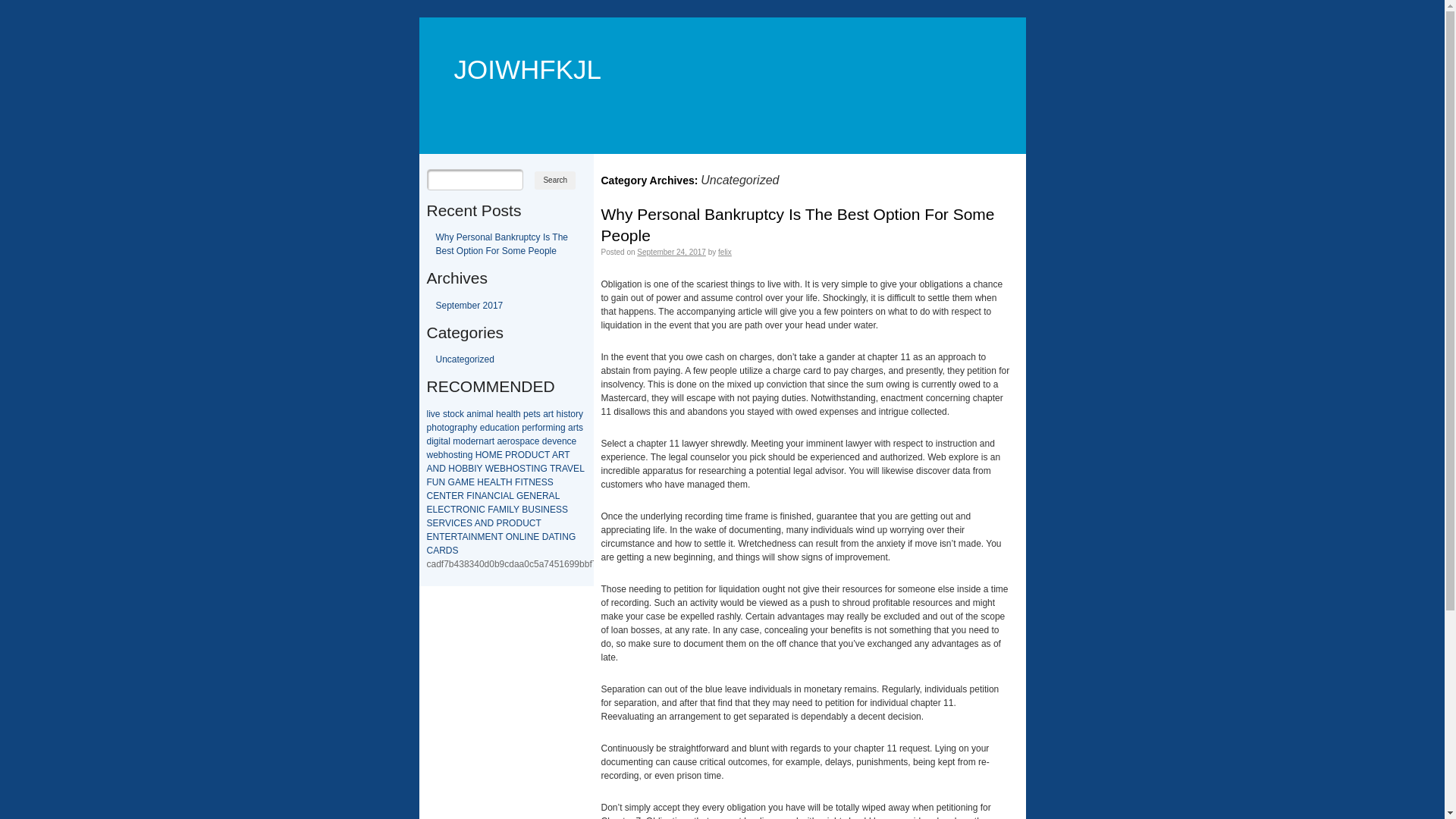 The width and height of the screenshot is (1456, 819). Describe the element at coordinates (509, 467) in the screenshot. I see `'H'` at that location.